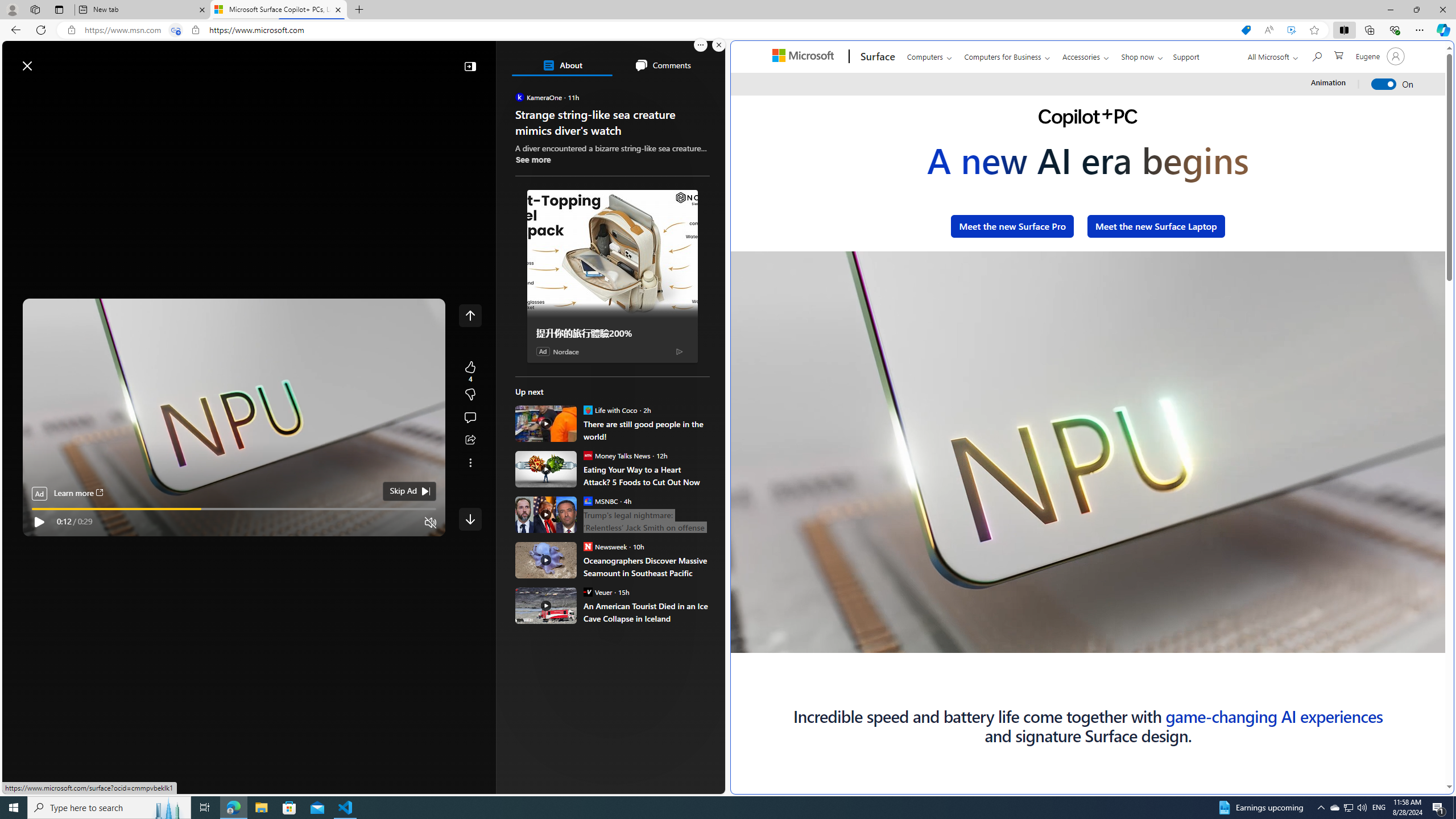 The image size is (1456, 819). What do you see at coordinates (586, 546) in the screenshot?
I see `'Newsweek'` at bounding box center [586, 546].